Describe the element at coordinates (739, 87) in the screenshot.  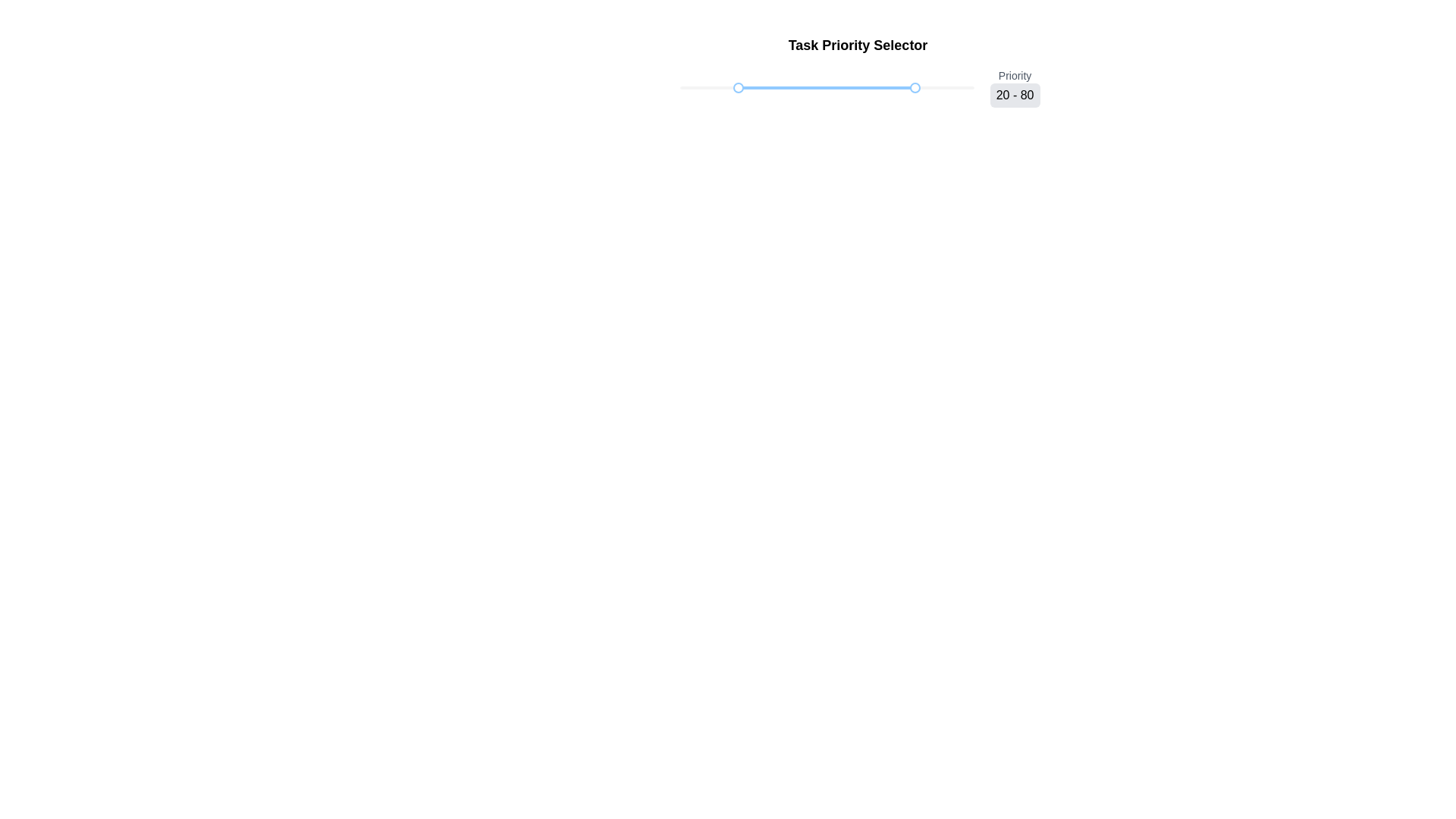
I see `the slider` at that location.